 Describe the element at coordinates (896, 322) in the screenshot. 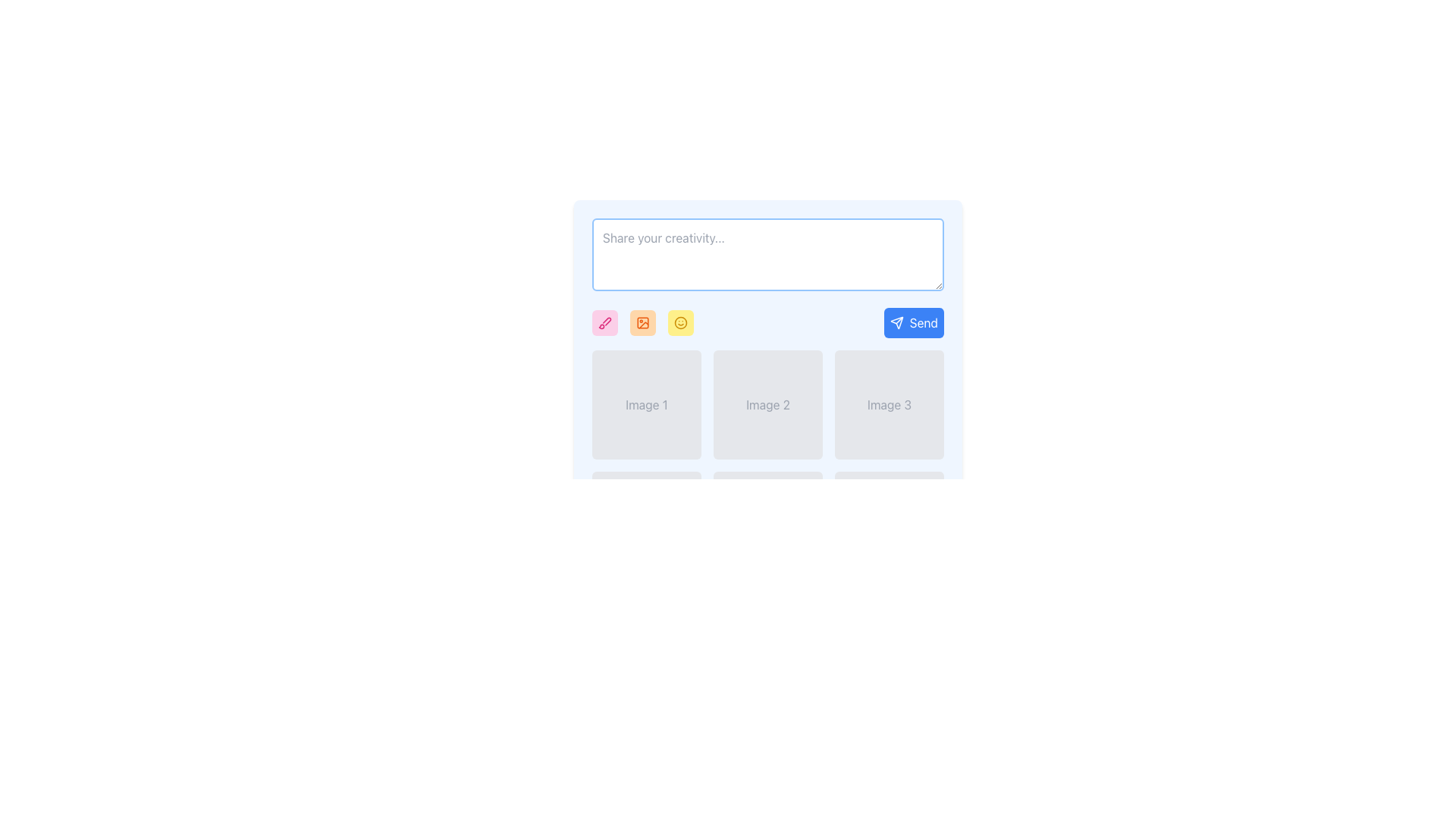

I see `the vector graphic icon representing the send action, which is embedded in the blue 'Send' button located at the top-right corner of the interface` at that location.